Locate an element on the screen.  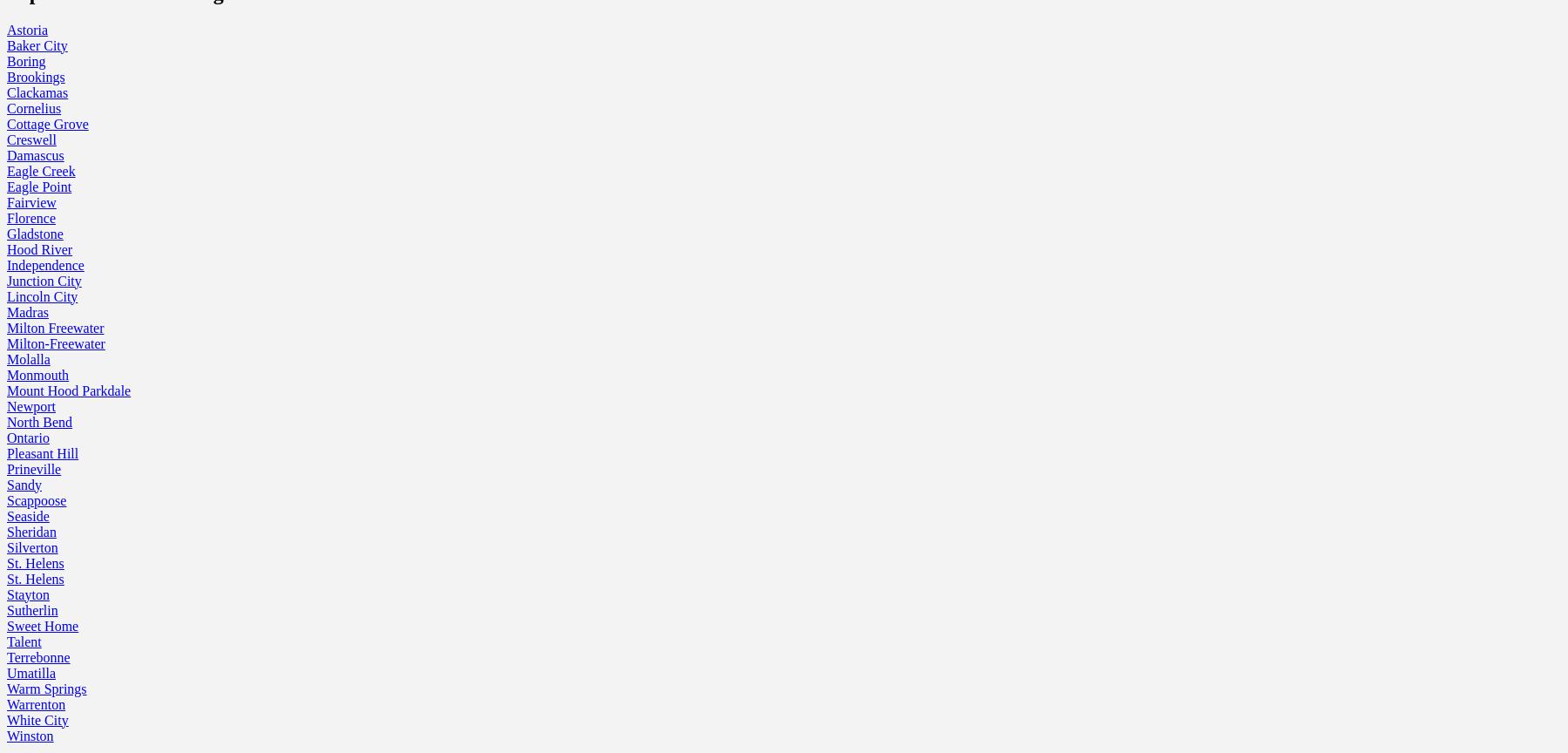
'Damascus' is located at coordinates (34, 153).